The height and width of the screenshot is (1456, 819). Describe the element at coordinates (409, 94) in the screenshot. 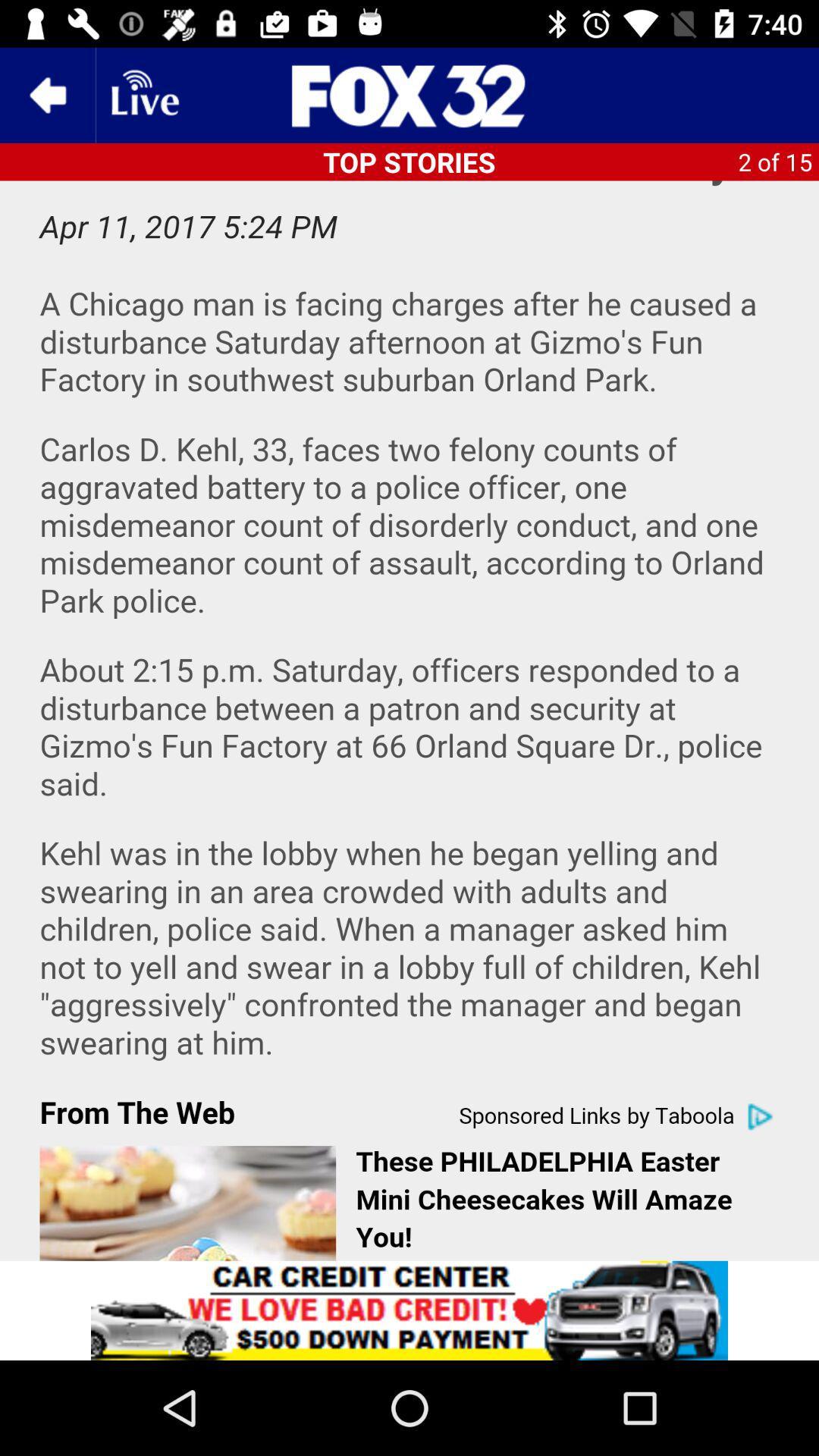

I see `other fox 32 stories` at that location.